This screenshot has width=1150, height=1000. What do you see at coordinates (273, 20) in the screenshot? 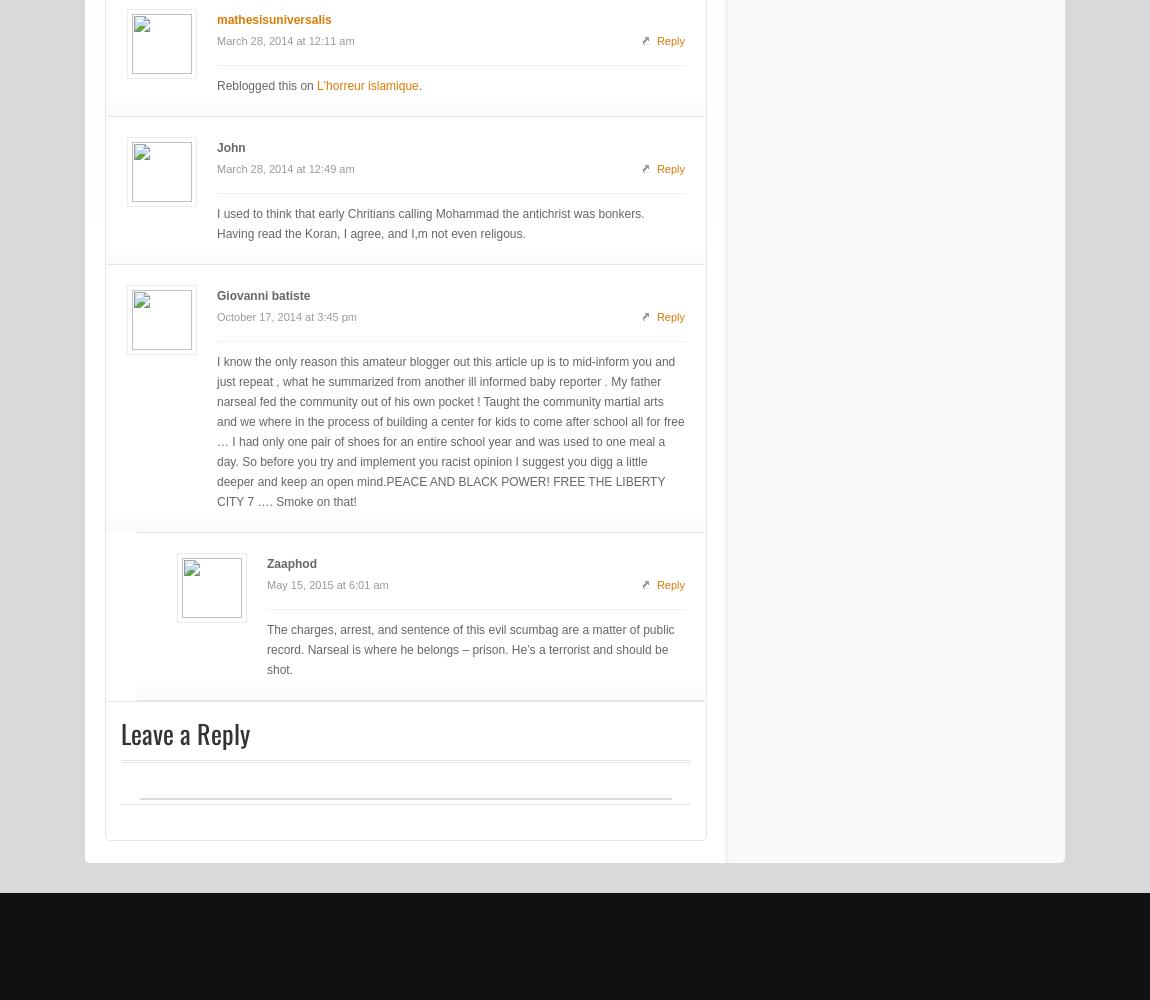
I see `'mathesisuniversalis'` at bounding box center [273, 20].